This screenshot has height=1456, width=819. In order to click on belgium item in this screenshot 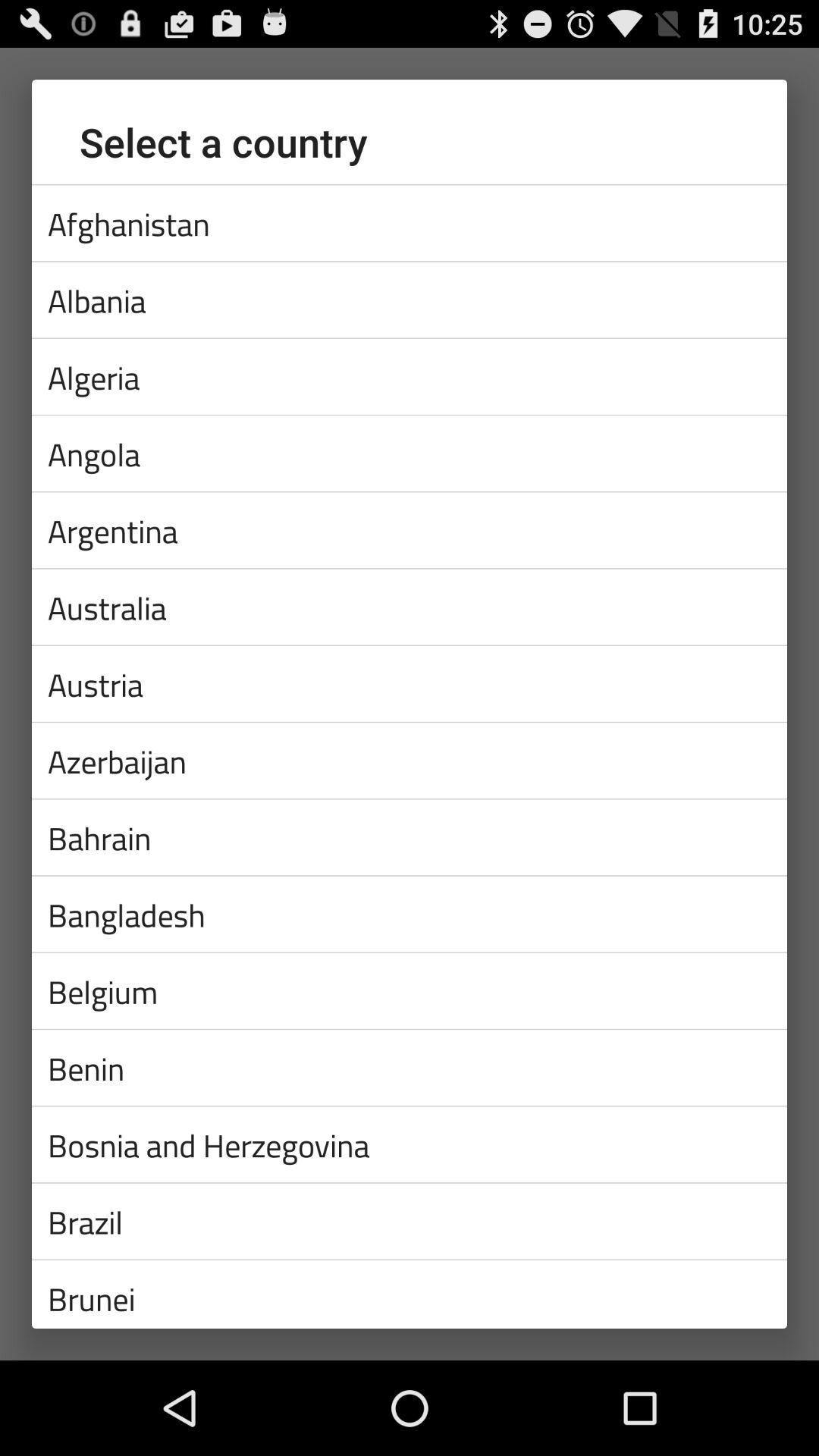, I will do `click(409, 990)`.